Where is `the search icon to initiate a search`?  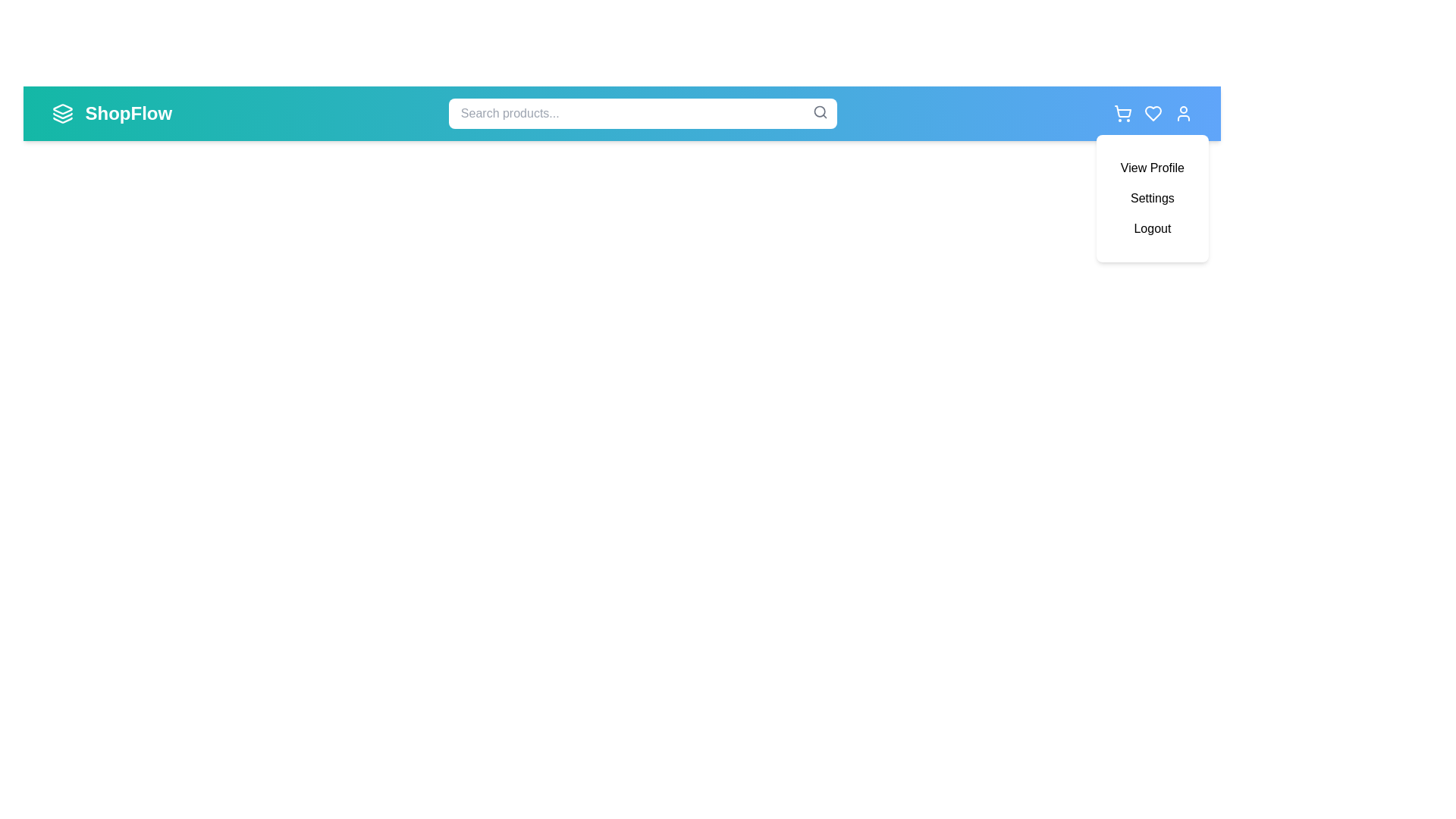
the search icon to initiate a search is located at coordinates (819, 111).